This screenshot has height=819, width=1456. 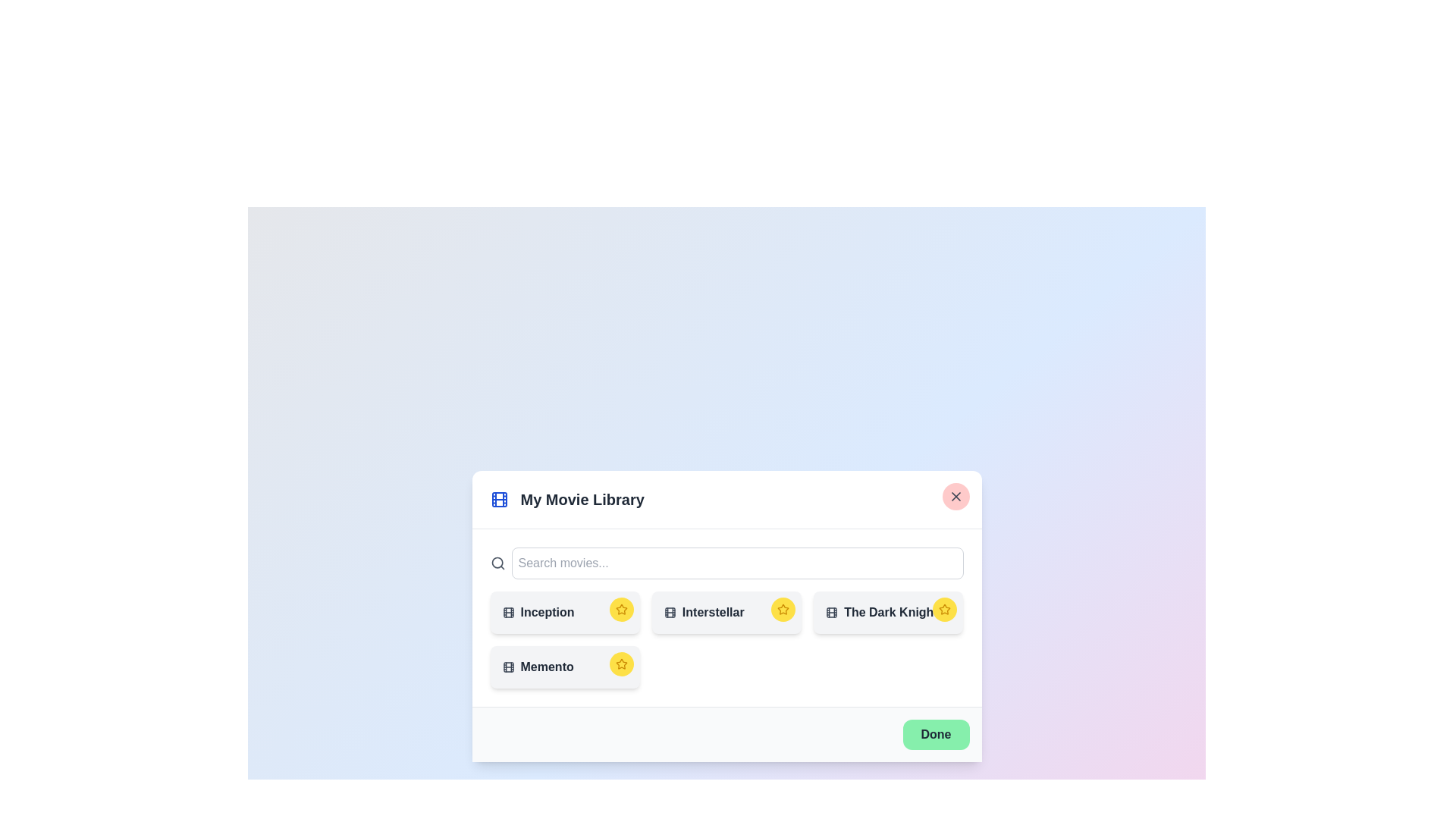 I want to click on the 'Memento' text label with the accompanying film reels icon located at the bottom half of the modal window, so click(x=564, y=666).